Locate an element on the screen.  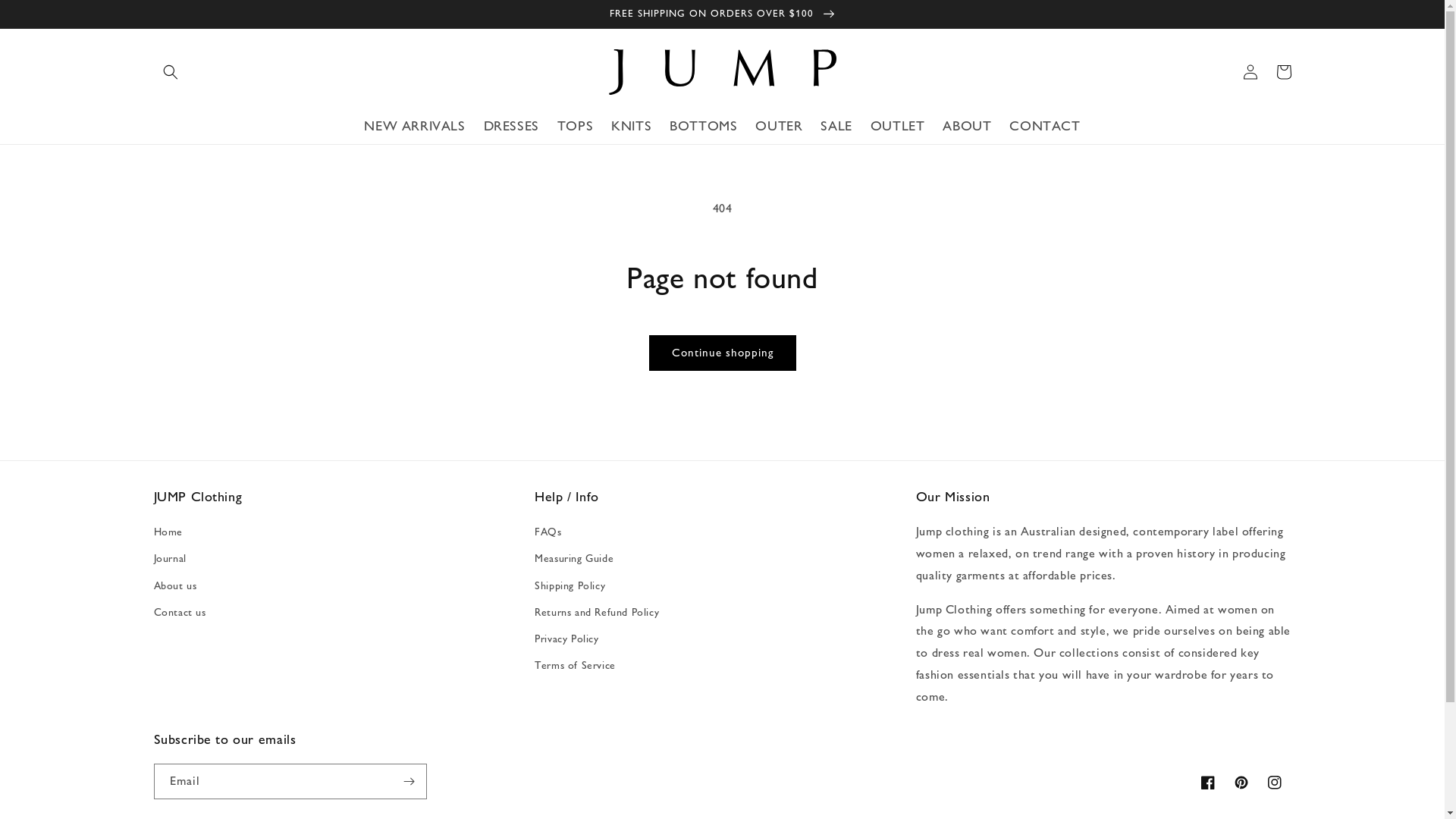
'BOTTOMS' is located at coordinates (660, 125).